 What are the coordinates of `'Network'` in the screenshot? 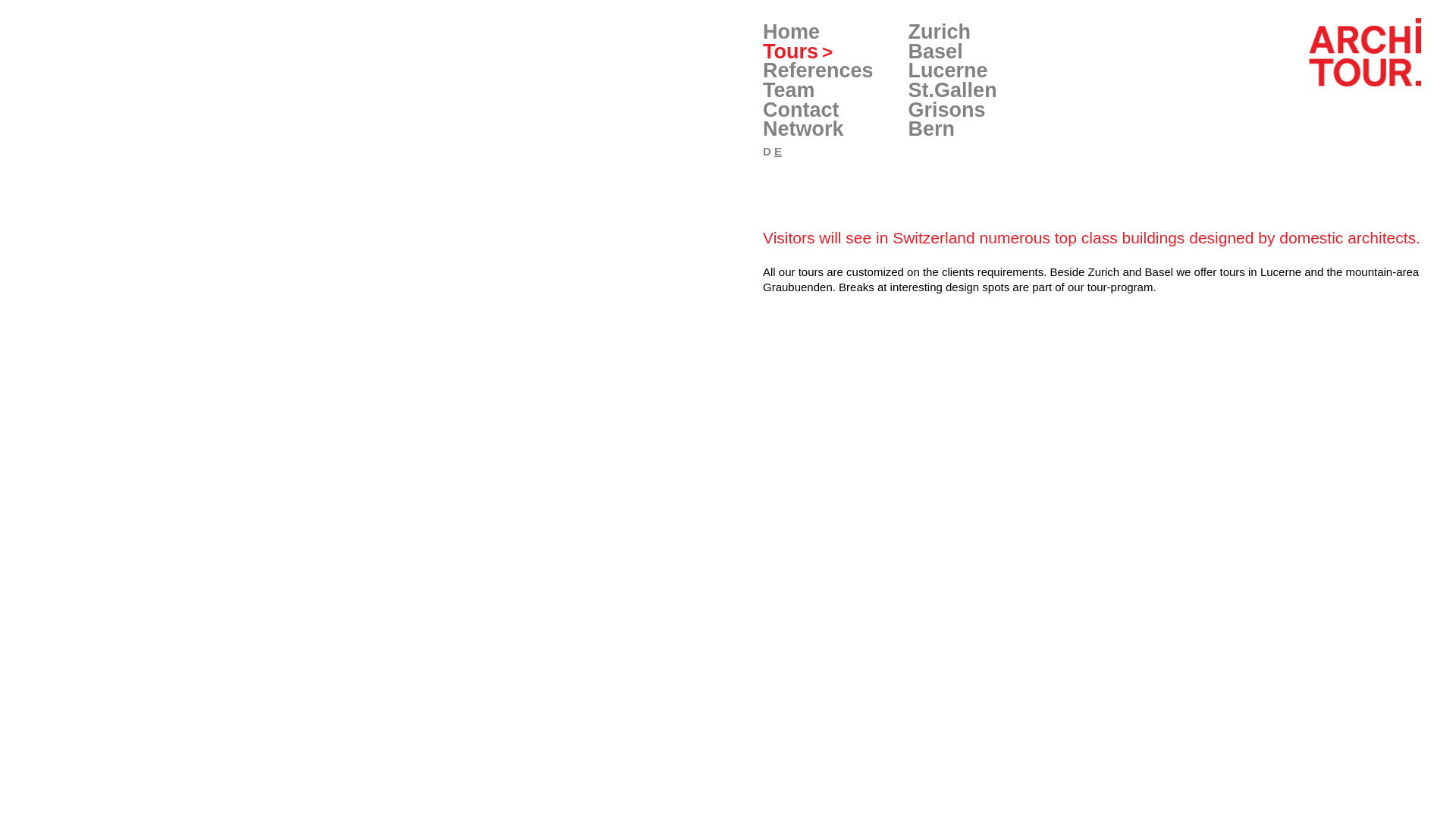 It's located at (763, 127).